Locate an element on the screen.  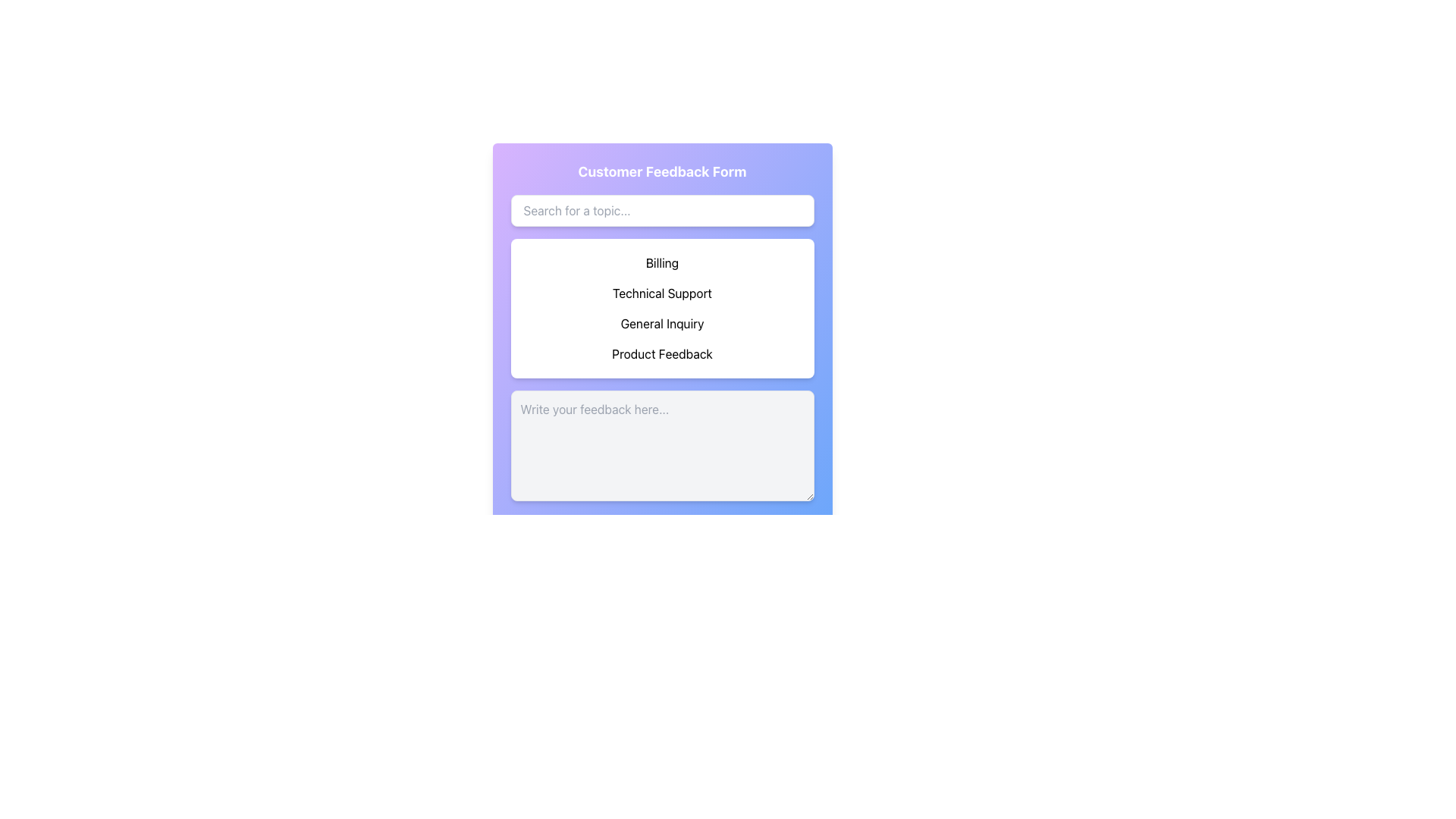
the multi-line textarea for user feedback located centrally beneath the section headers and above the 'Submit Feedback' button to focus and start typing is located at coordinates (662, 444).